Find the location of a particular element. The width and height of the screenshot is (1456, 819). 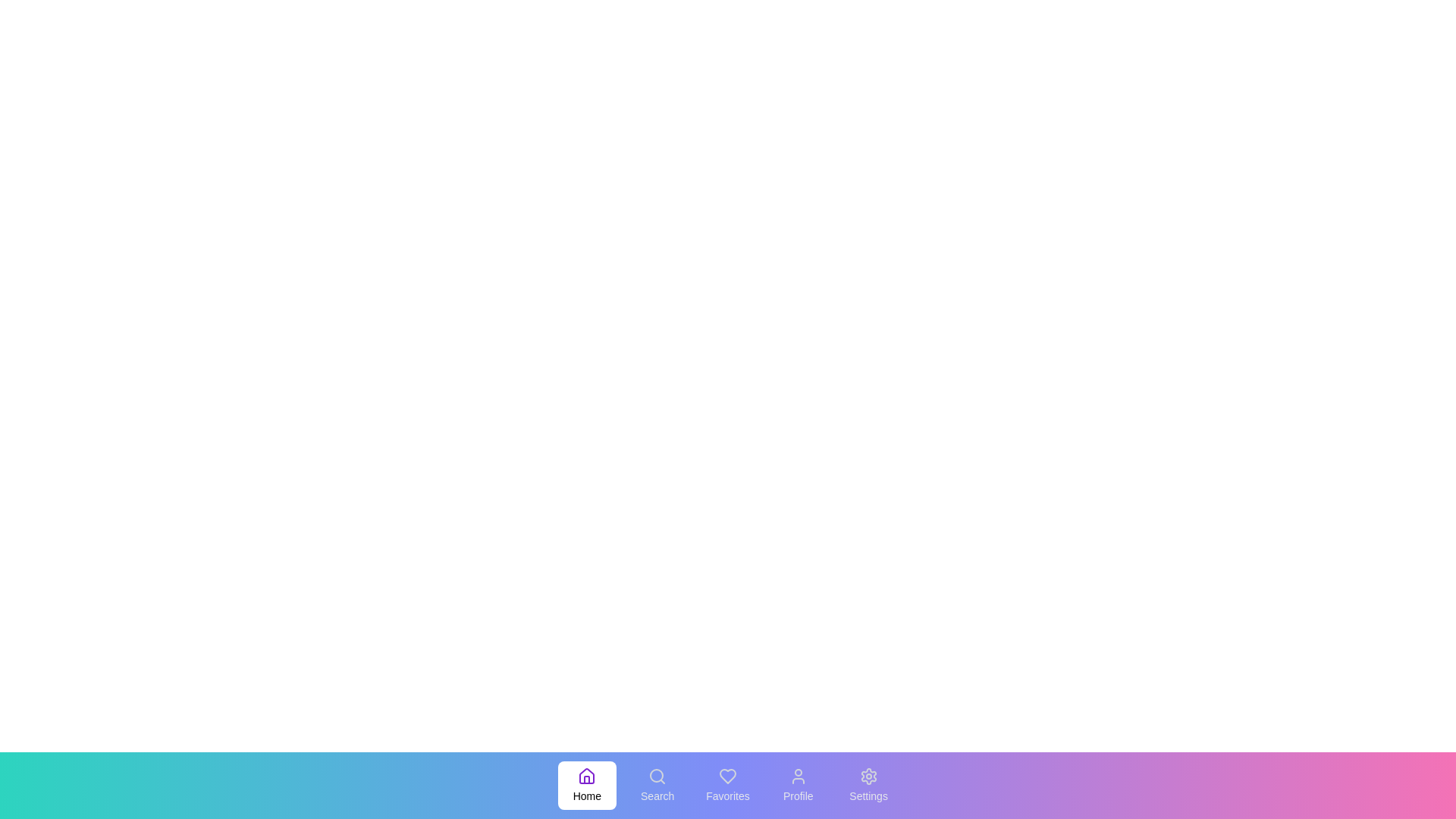

the menu item Settings by clicking on it is located at coordinates (868, 785).